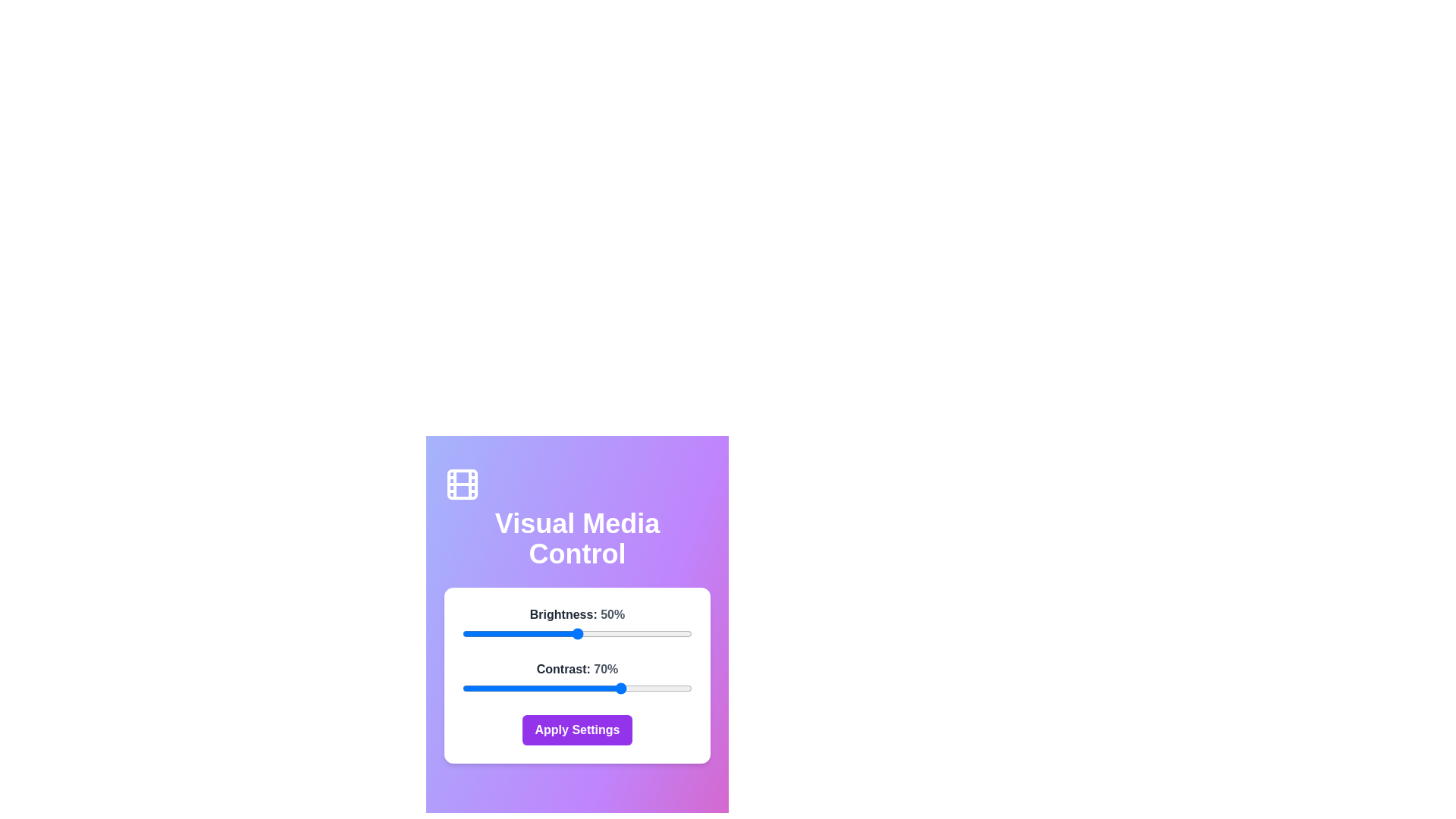  I want to click on the contrast slider to 19%, so click(506, 688).